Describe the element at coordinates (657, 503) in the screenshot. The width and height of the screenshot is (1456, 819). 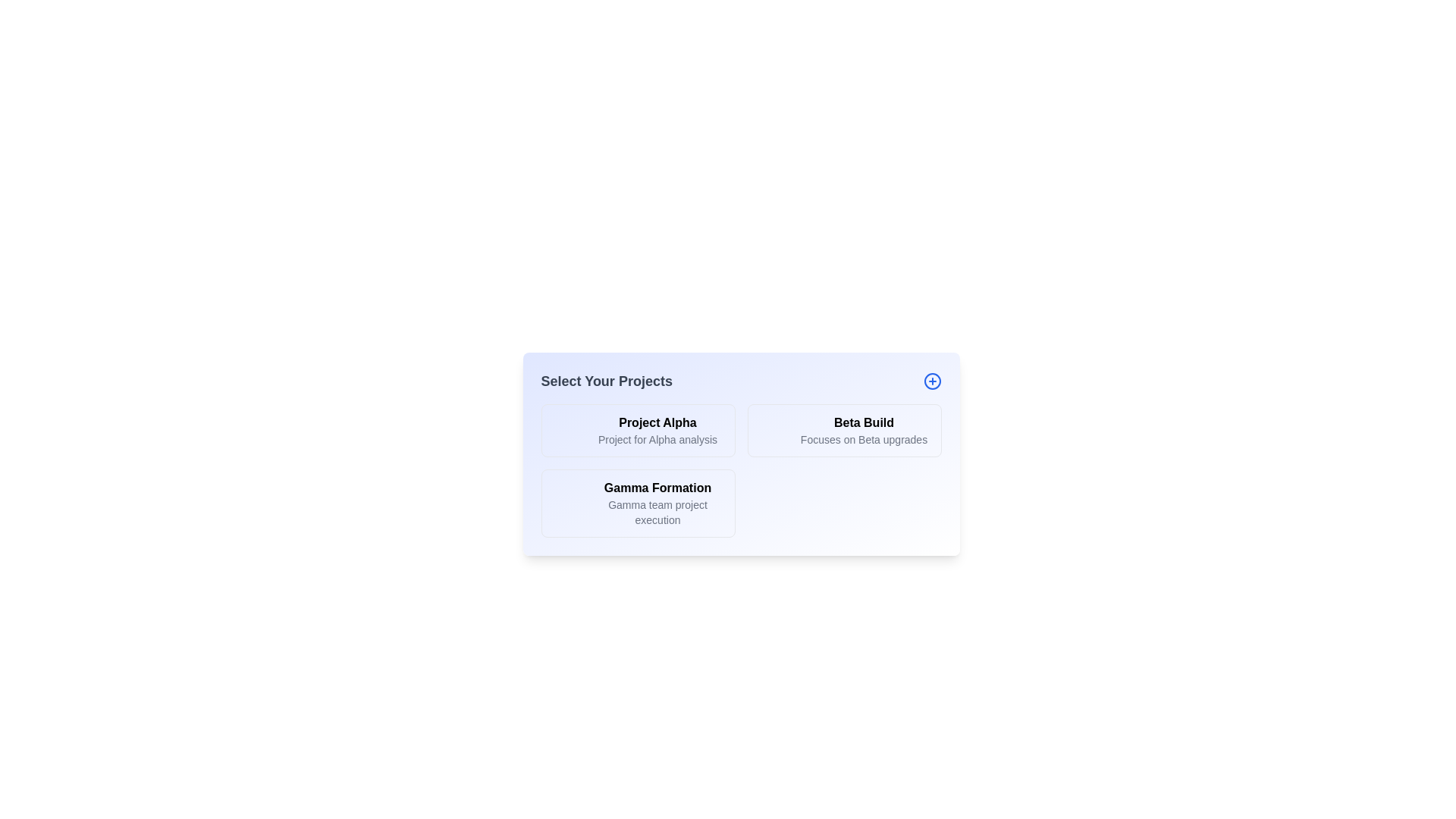
I see `the selectable project titled 'Gamma Formation'` at that location.